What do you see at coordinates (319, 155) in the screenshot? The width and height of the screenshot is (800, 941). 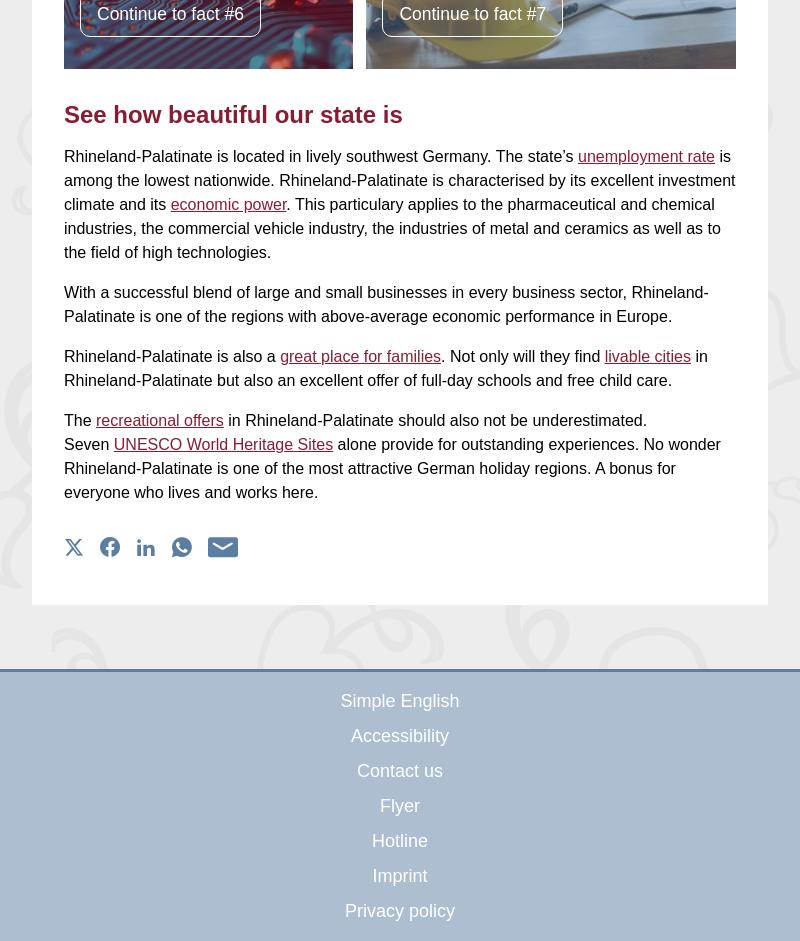 I see `'Rhineland-Palatinate is located in lively southwest Germany. The state’s'` at bounding box center [319, 155].